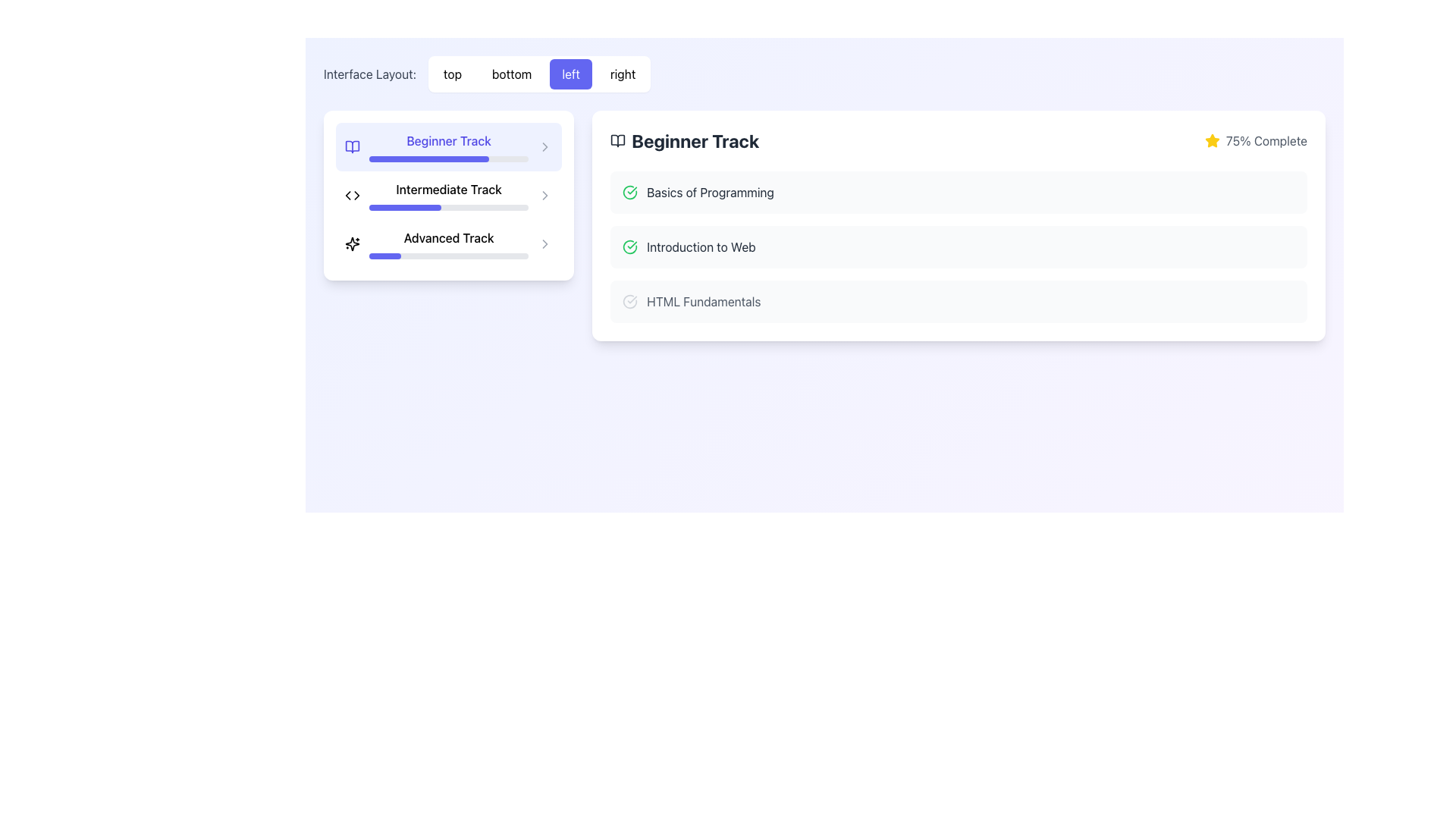 The height and width of the screenshot is (819, 1456). What do you see at coordinates (618, 140) in the screenshot?
I see `the visual indicator icon associated with the 'Beginner Track' title, located to the left of the text` at bounding box center [618, 140].